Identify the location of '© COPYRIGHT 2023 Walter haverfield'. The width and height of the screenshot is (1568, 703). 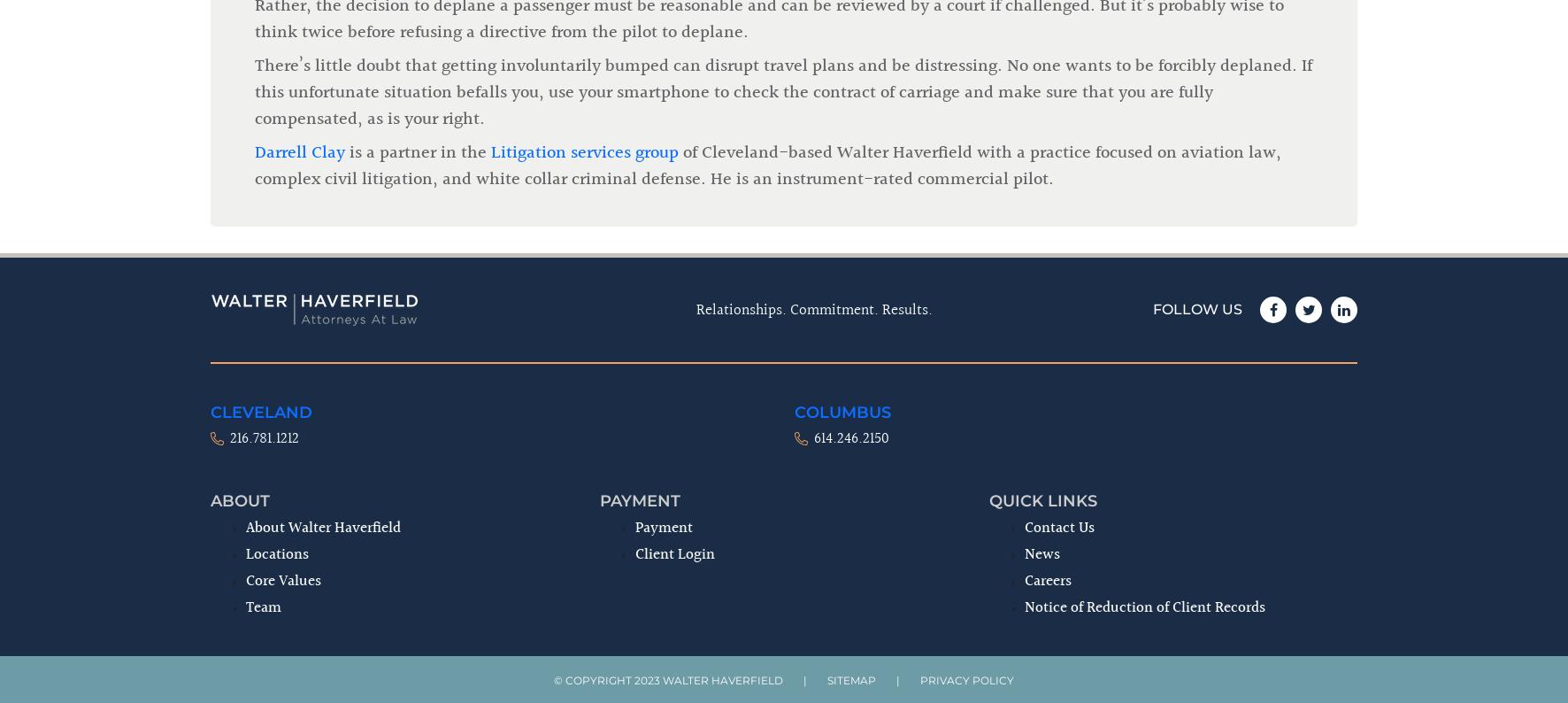
(554, 385).